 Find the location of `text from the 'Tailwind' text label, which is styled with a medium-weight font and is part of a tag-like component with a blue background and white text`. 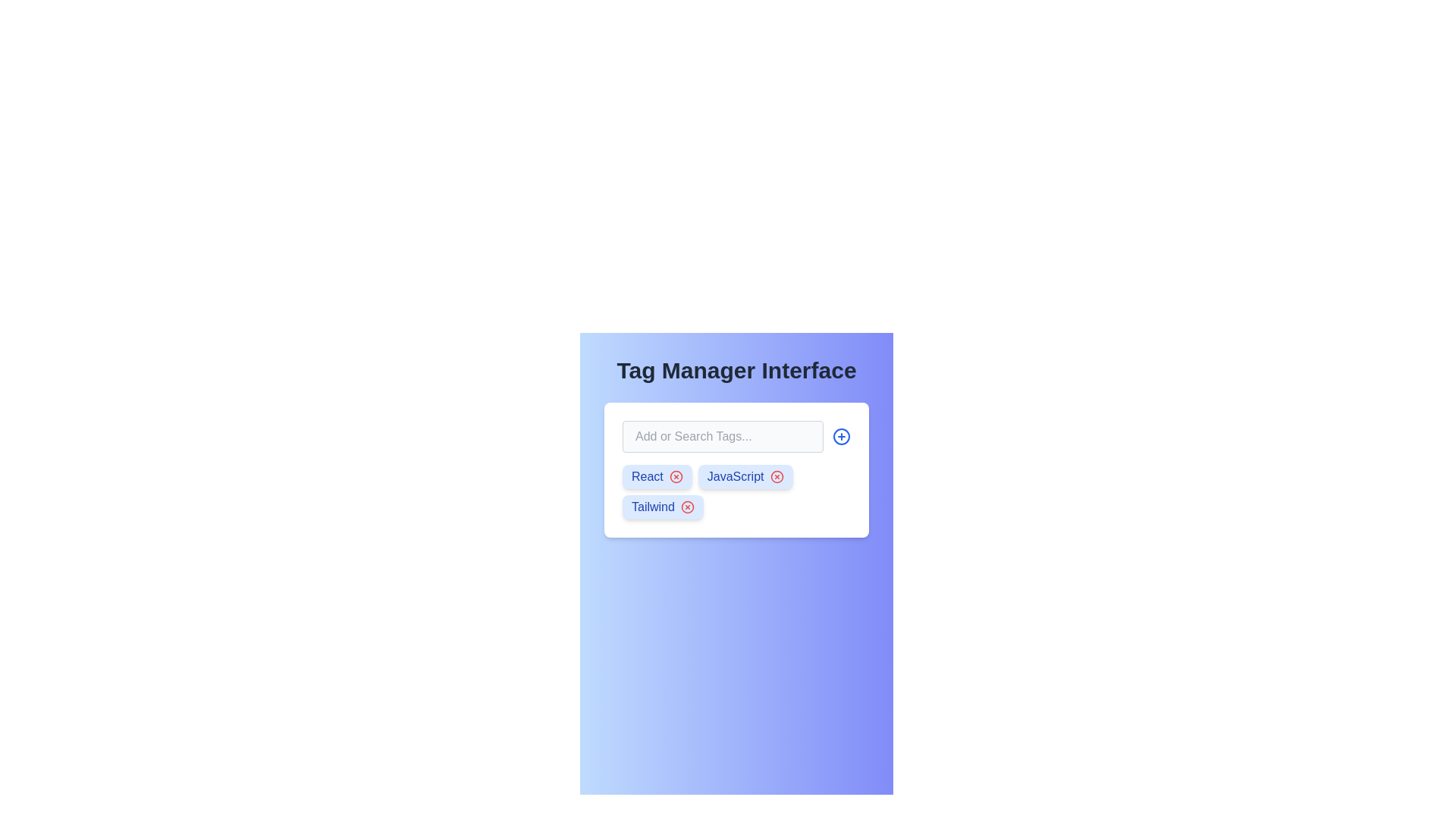

text from the 'Tailwind' text label, which is styled with a medium-weight font and is part of a tag-like component with a blue background and white text is located at coordinates (653, 507).